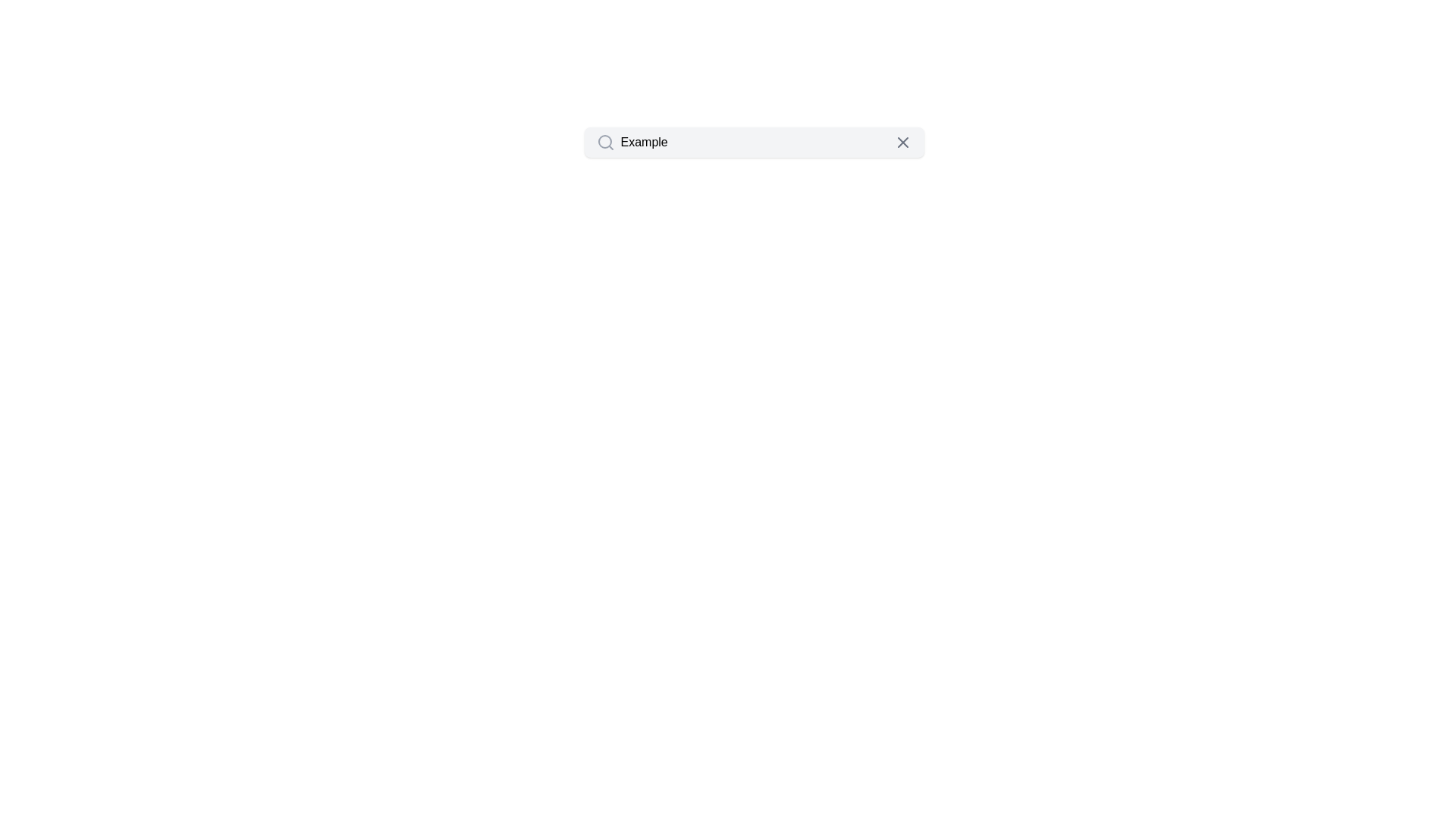  Describe the element at coordinates (902, 143) in the screenshot. I see `the clear icon located at the rightmost edge of the search input field, represented by the class 'lucide lucide-x'` at that location.